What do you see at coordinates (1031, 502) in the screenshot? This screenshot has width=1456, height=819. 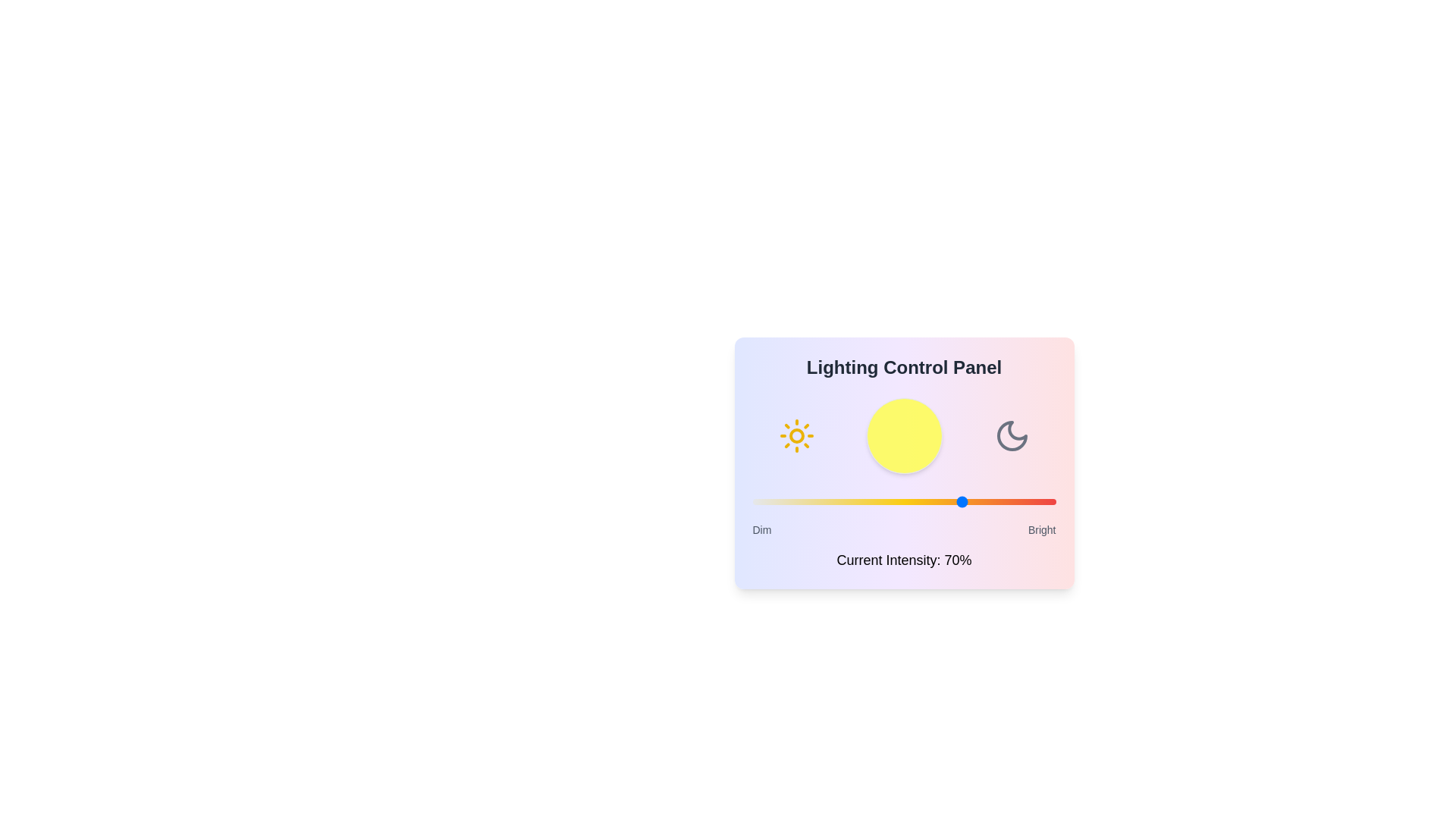 I see `the lighting intensity to 92% by dragging the slider` at bounding box center [1031, 502].